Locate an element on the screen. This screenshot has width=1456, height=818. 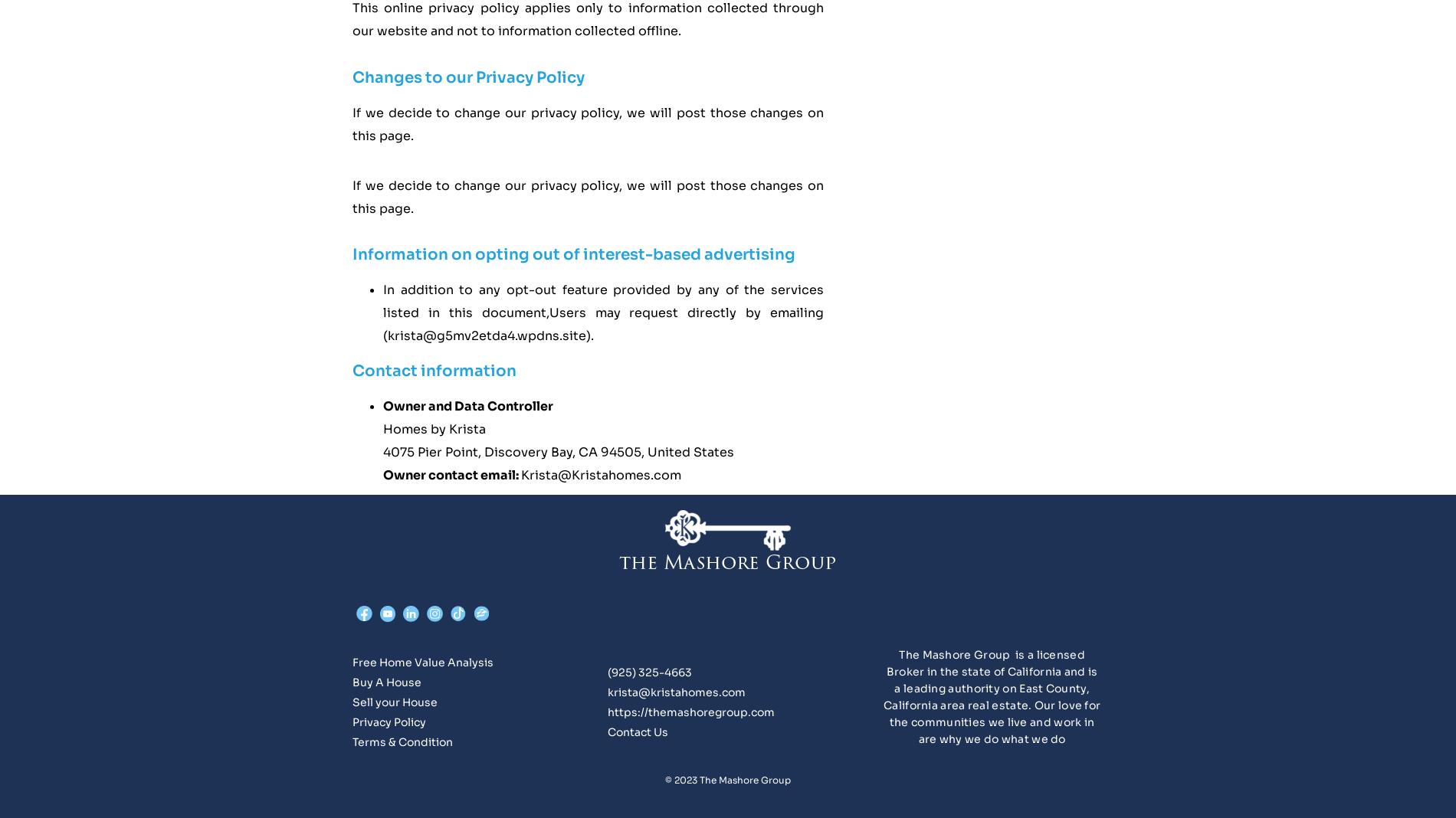
'This online privacy policy applies only to information collected through our website and not to information collected offline.' is located at coordinates (351, 18).